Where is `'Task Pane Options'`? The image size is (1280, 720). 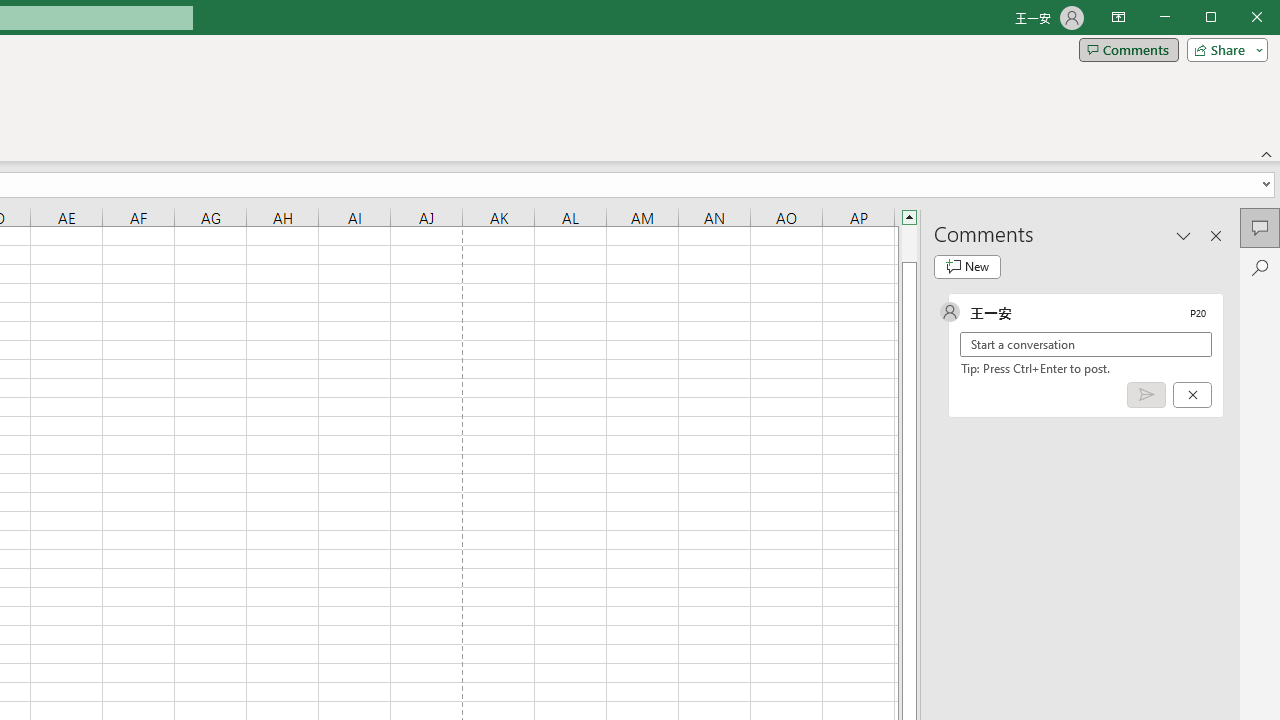 'Task Pane Options' is located at coordinates (1184, 234).